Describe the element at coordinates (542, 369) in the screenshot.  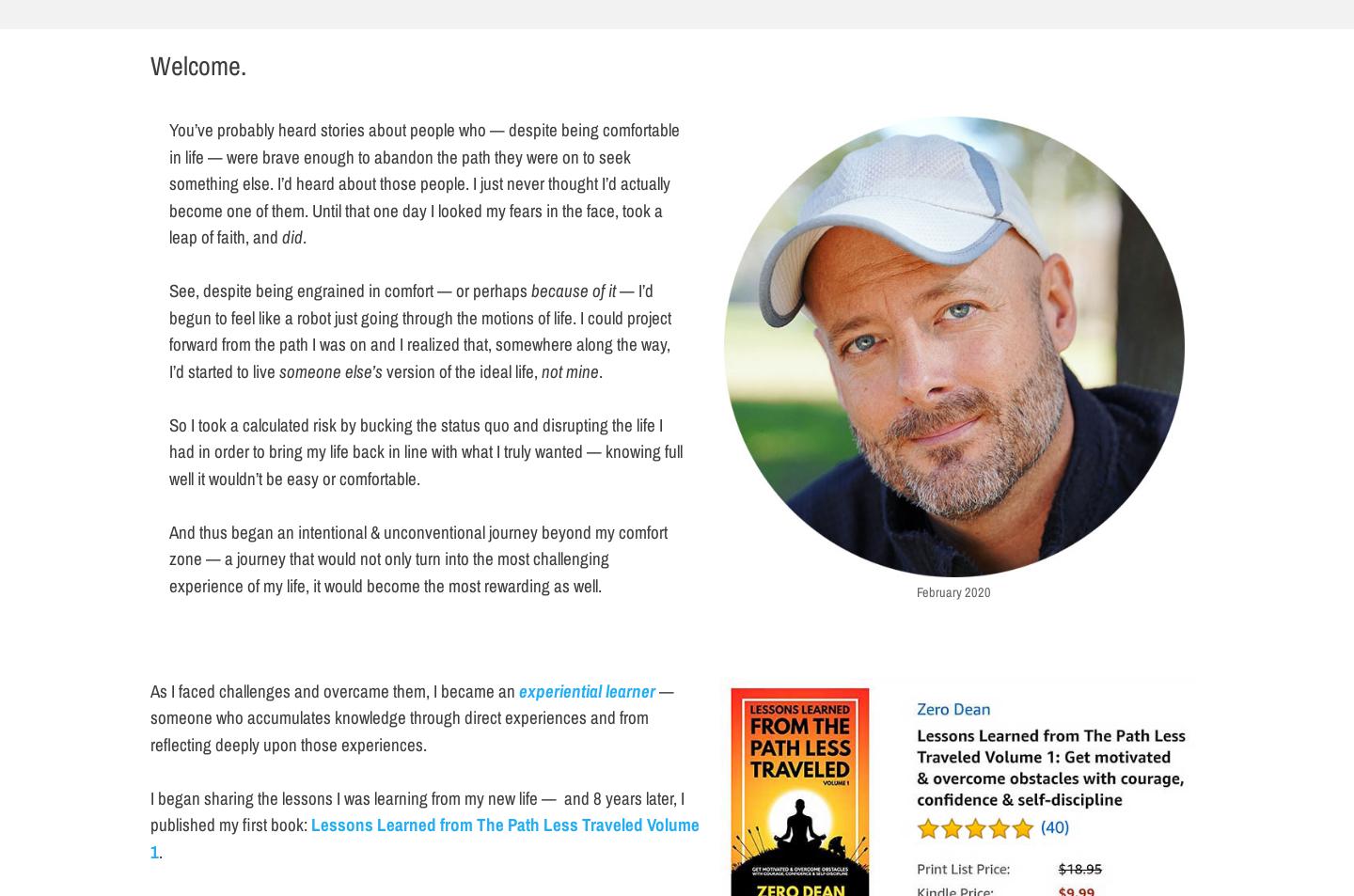
I see `'not mine'` at that location.